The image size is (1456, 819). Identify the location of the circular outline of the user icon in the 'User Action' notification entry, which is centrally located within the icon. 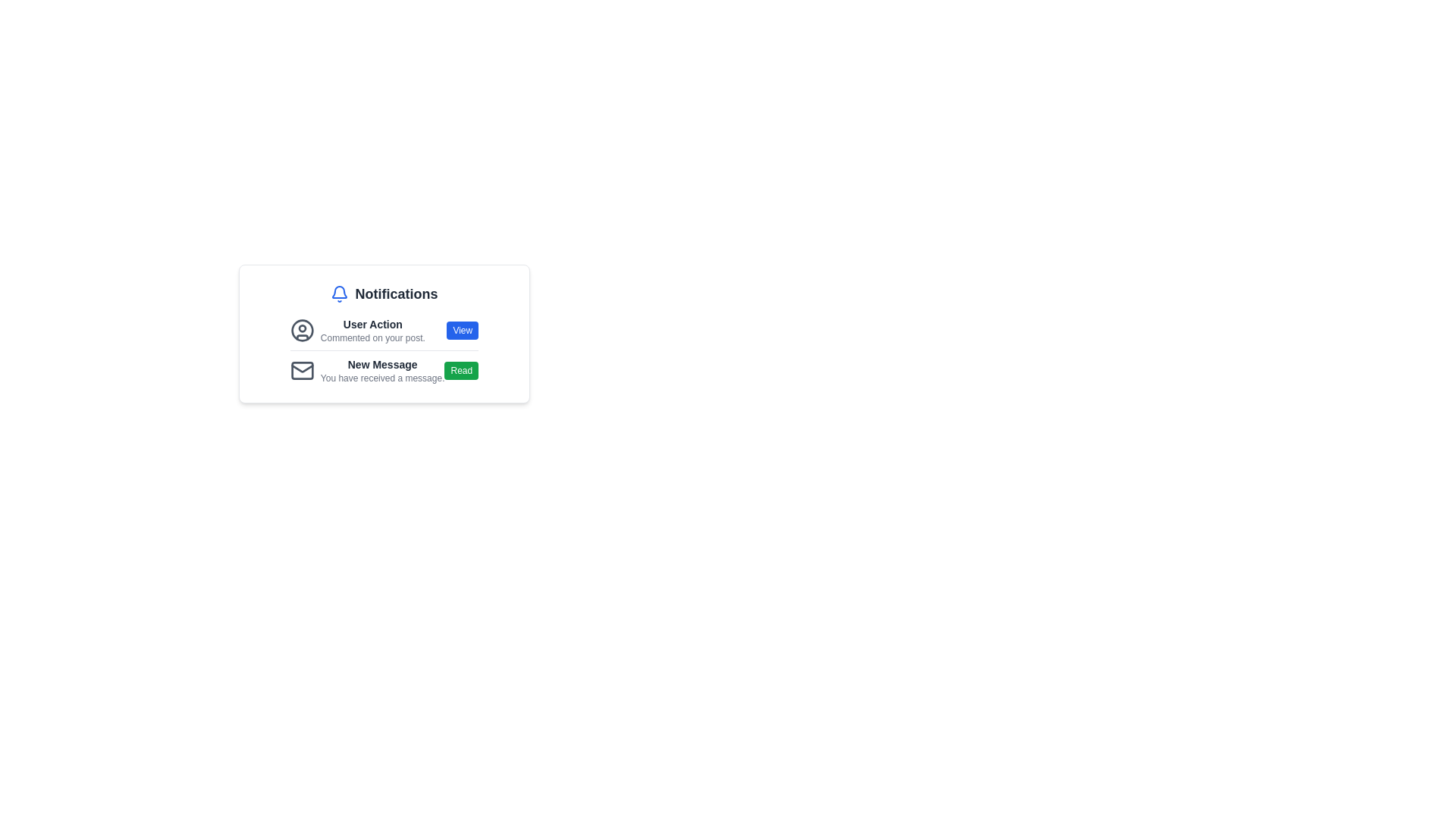
(302, 329).